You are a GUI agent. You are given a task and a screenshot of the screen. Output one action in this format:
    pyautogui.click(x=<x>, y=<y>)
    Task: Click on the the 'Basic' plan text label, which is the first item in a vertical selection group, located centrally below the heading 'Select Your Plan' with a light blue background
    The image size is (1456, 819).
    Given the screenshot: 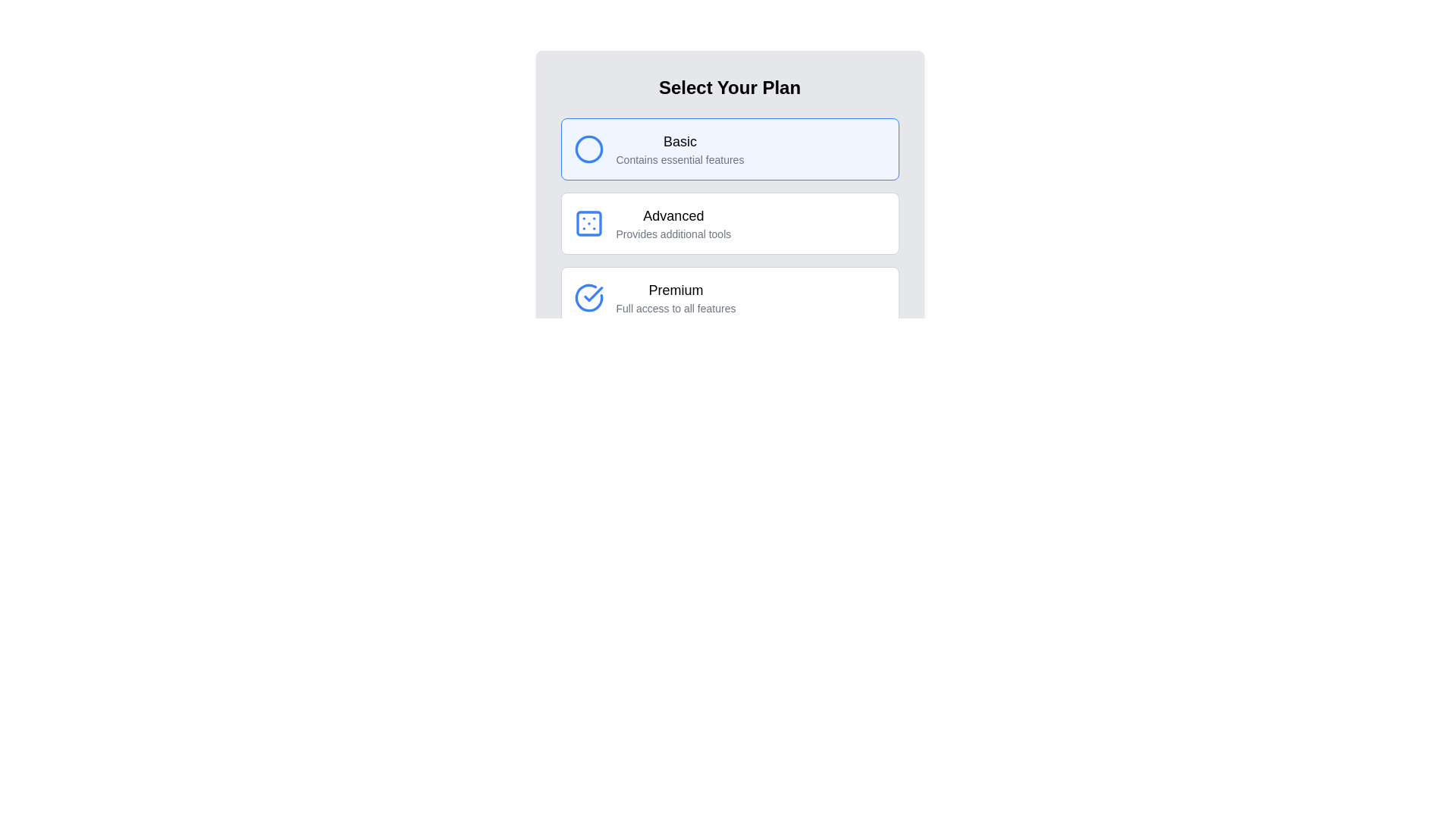 What is the action you would take?
    pyautogui.click(x=679, y=149)
    